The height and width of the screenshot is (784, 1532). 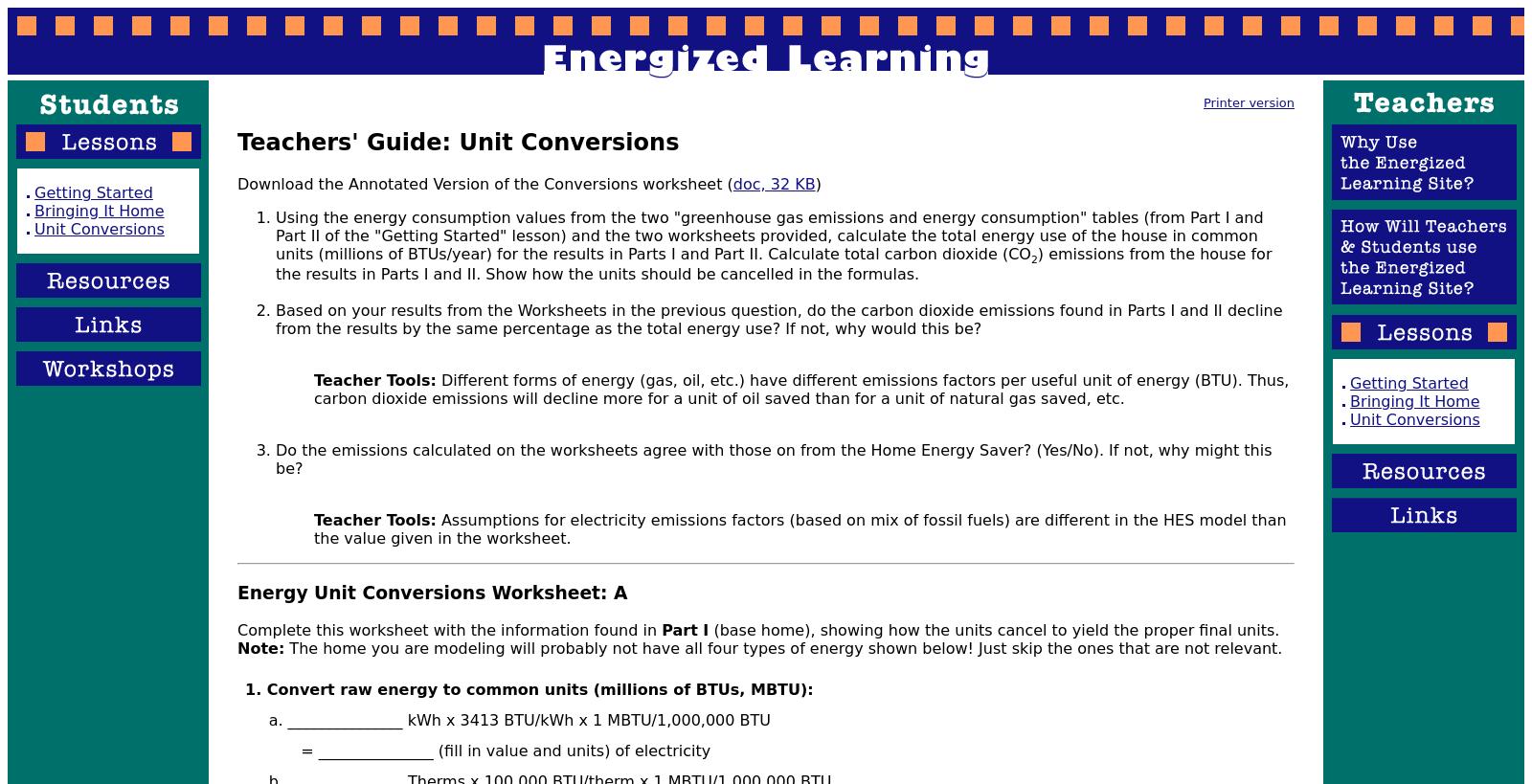 I want to click on 'Printer version', so click(x=1248, y=102).